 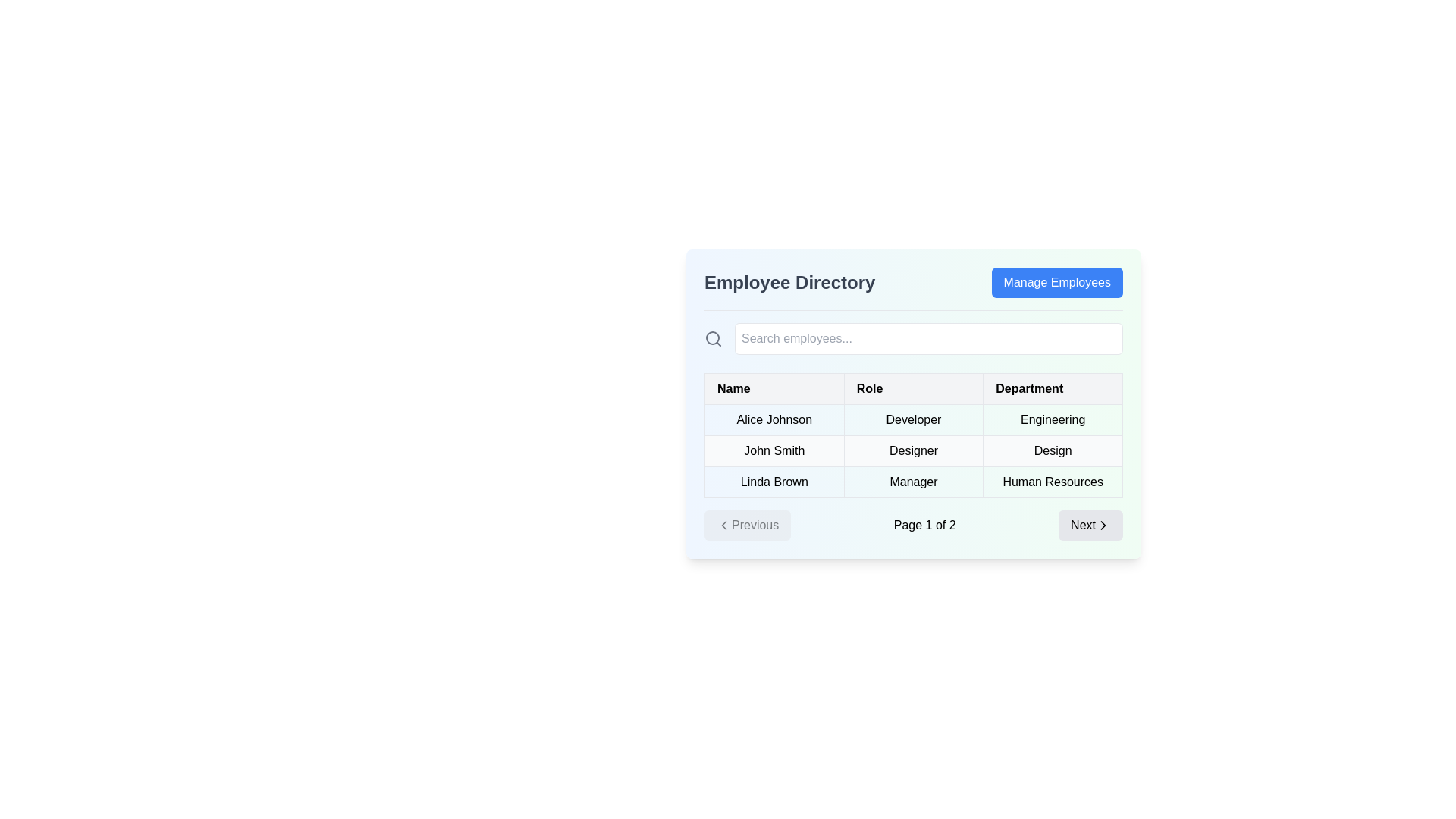 I want to click on the button located at the top-right corner of the 'Employee Directory' section, so click(x=1056, y=283).